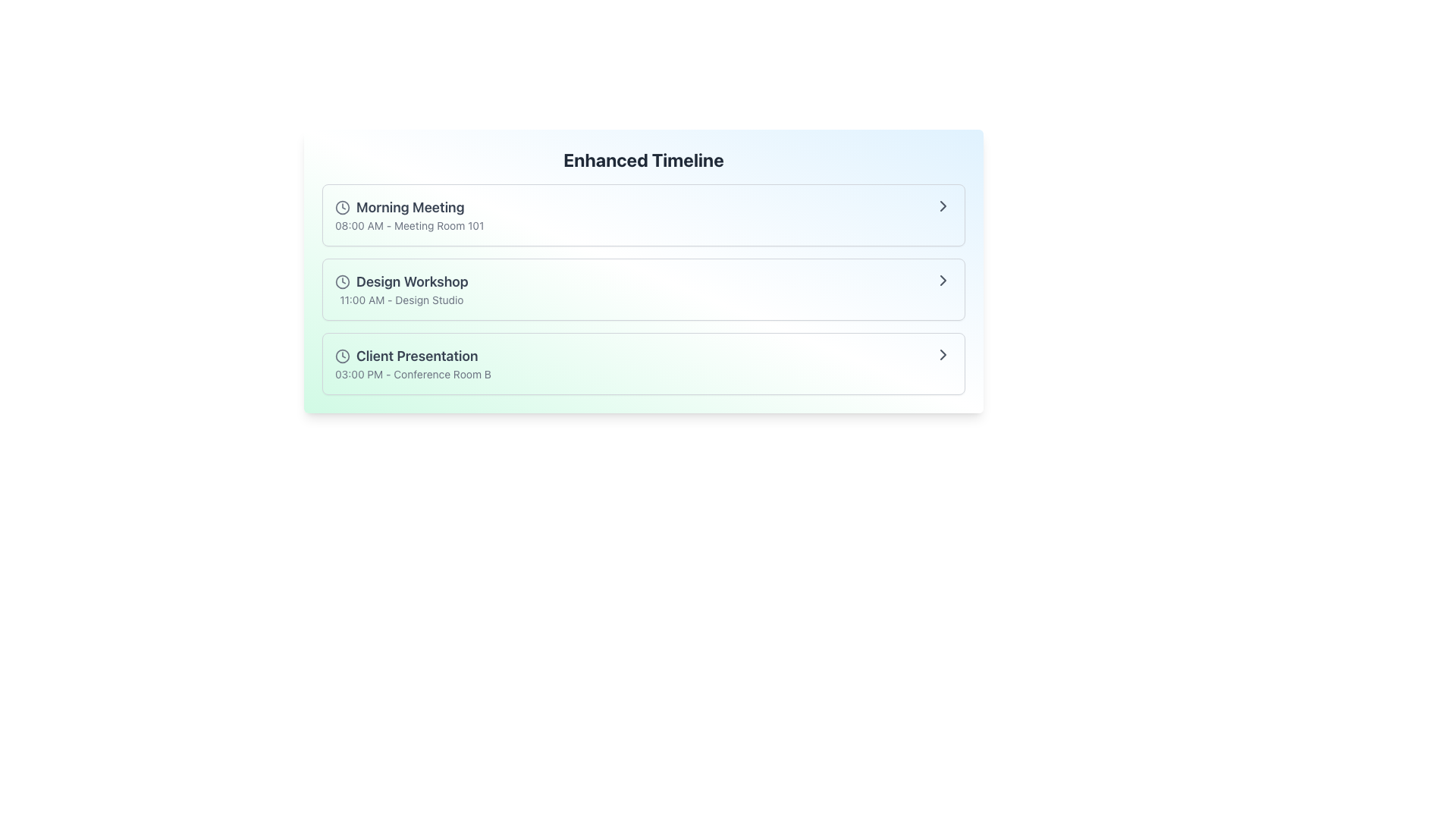 This screenshot has height=819, width=1456. Describe the element at coordinates (341, 207) in the screenshot. I see `the decorative SVG Circle element representing the time for the 'Morning Meeting' entry, located to the left of the entry in the timeline interface` at that location.